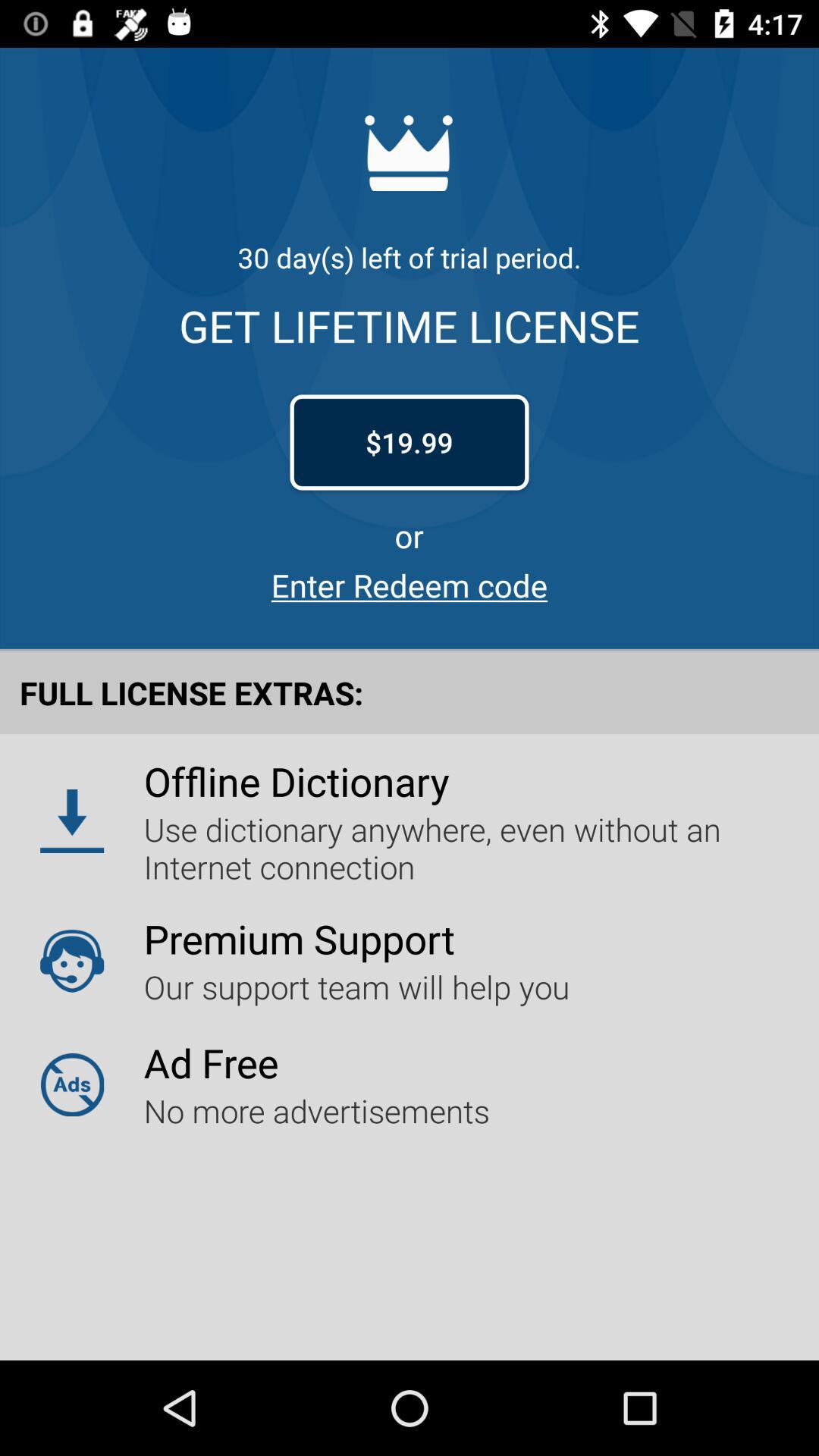  What do you see at coordinates (409, 584) in the screenshot?
I see `the enter redeem code icon` at bounding box center [409, 584].